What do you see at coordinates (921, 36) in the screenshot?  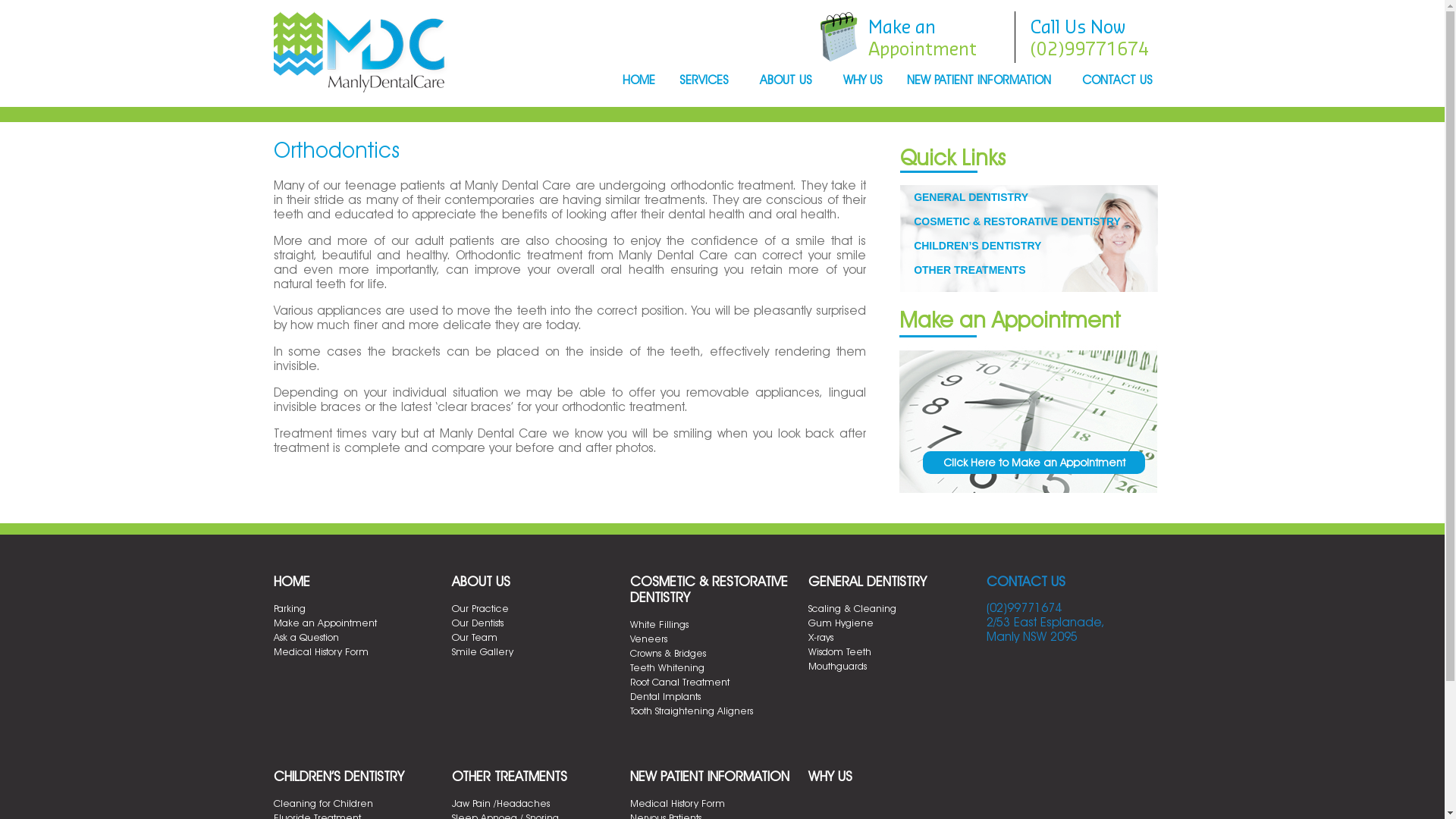 I see `'Make an` at bounding box center [921, 36].